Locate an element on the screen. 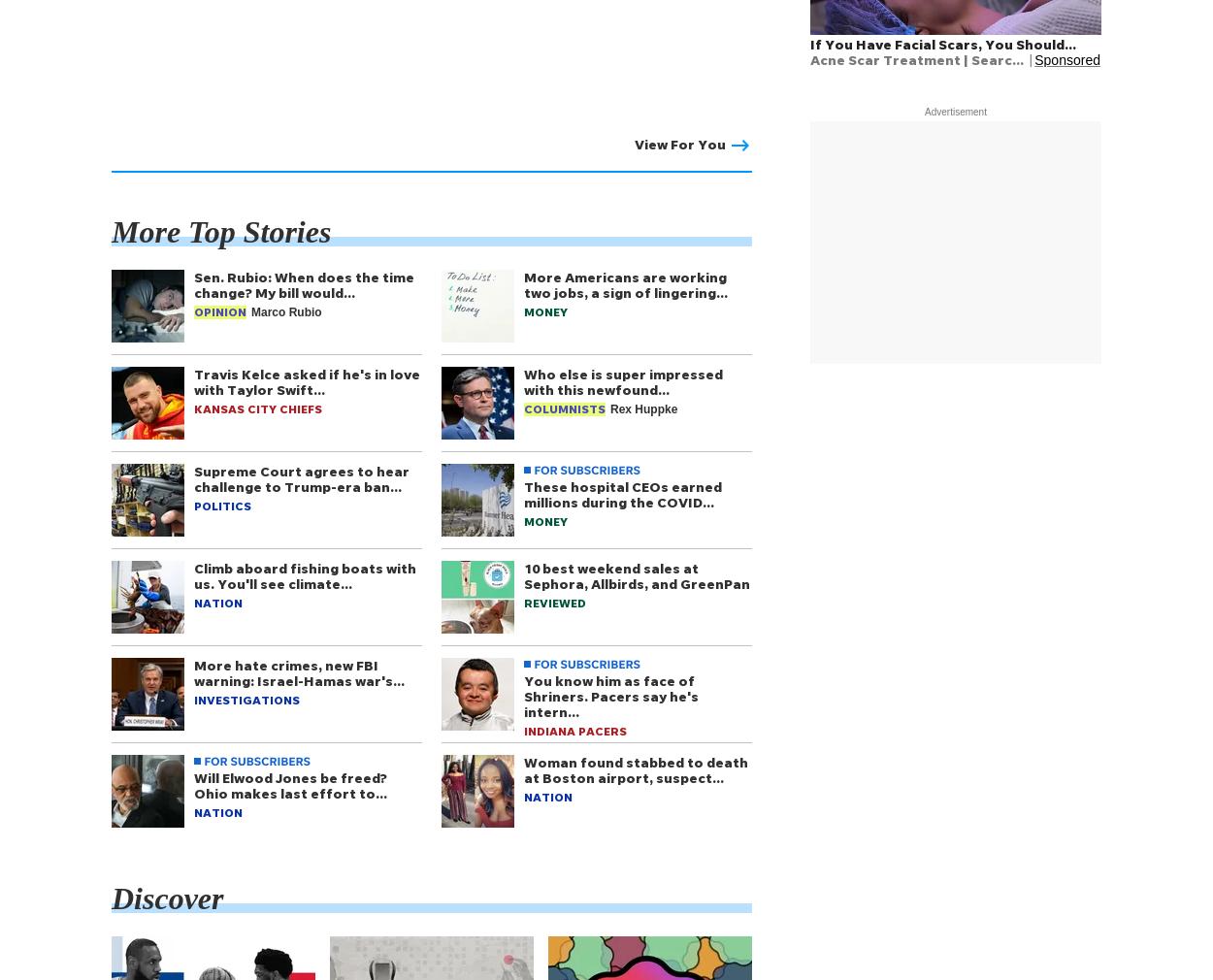 The height and width of the screenshot is (980, 1213). 'Will Elwood Jones be freed? Ohio makes last effort to…' is located at coordinates (193, 785).